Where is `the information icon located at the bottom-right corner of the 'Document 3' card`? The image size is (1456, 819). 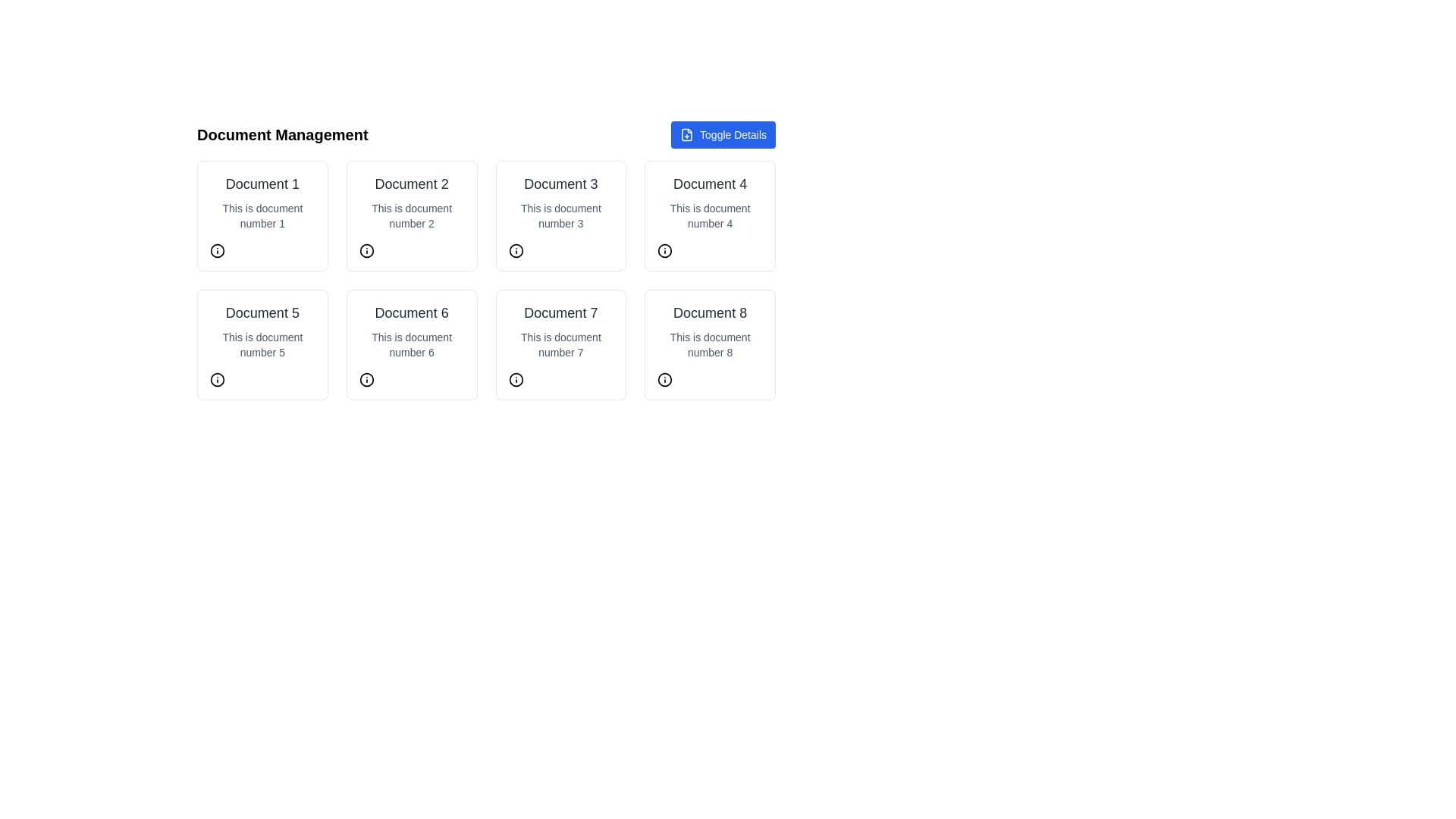
the information icon located at the bottom-right corner of the 'Document 3' card is located at coordinates (516, 250).